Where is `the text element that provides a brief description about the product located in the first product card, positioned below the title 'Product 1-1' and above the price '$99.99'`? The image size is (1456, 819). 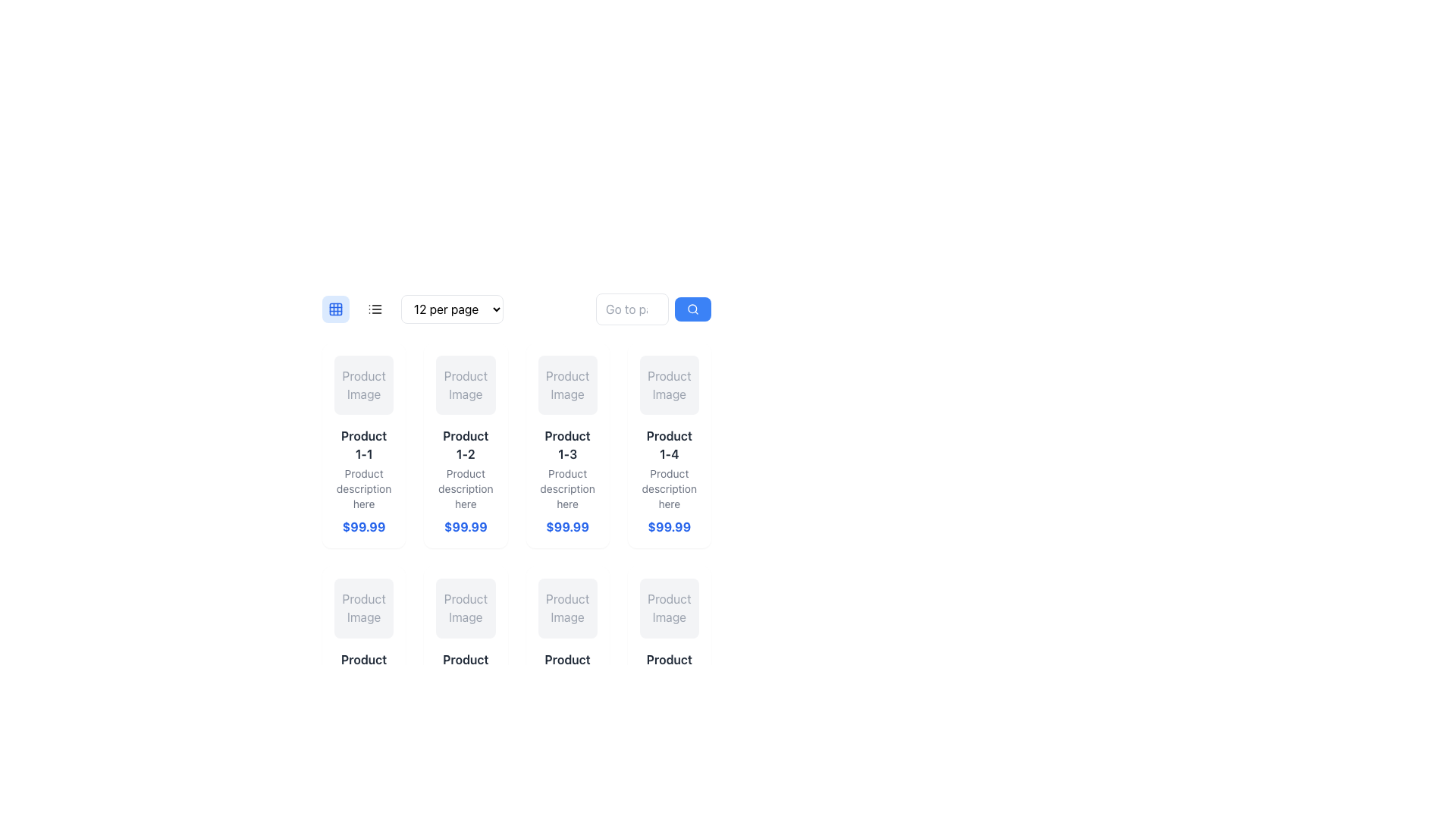 the text element that provides a brief description about the product located in the first product card, positioned below the title 'Product 1-1' and above the price '$99.99' is located at coordinates (364, 489).